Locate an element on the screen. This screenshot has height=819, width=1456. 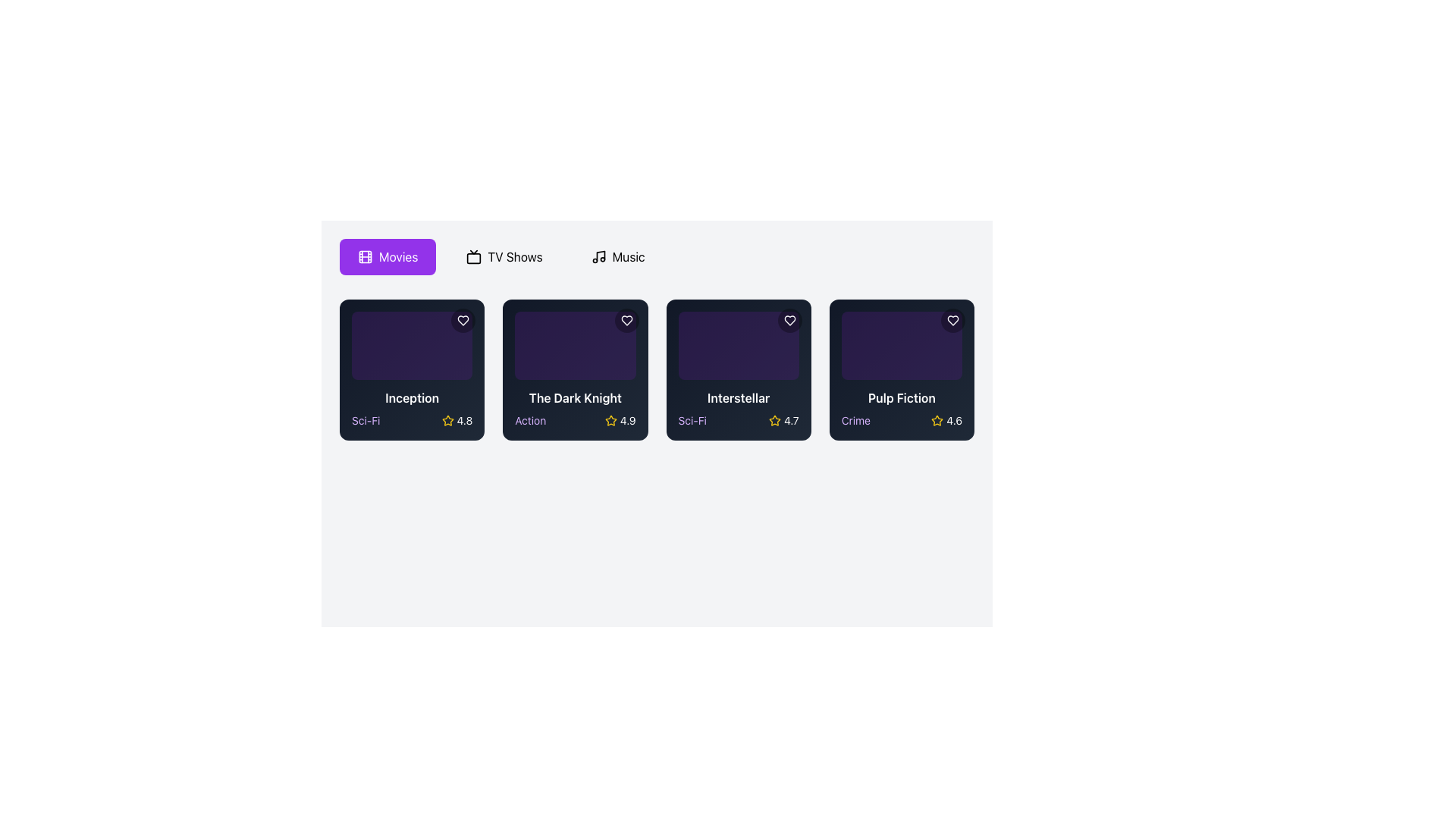
the star-shaped icon with a yellow outline and dark center located next to the numerical rating below the 'Interstellar' card in the movie grid is located at coordinates (775, 420).